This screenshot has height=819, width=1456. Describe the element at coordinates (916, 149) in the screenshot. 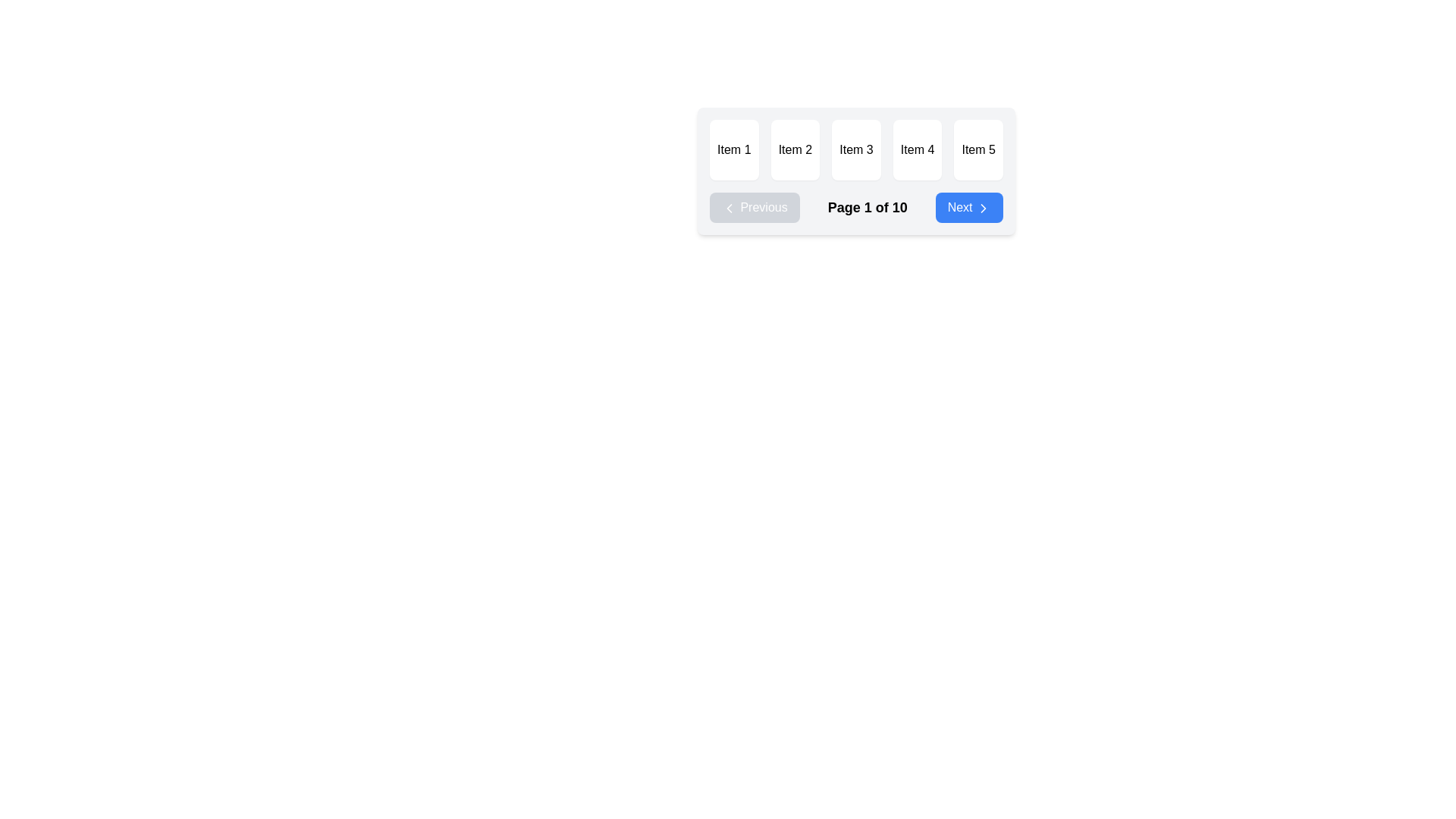

I see `the button-like grid item labeled 'Item 4'` at that location.